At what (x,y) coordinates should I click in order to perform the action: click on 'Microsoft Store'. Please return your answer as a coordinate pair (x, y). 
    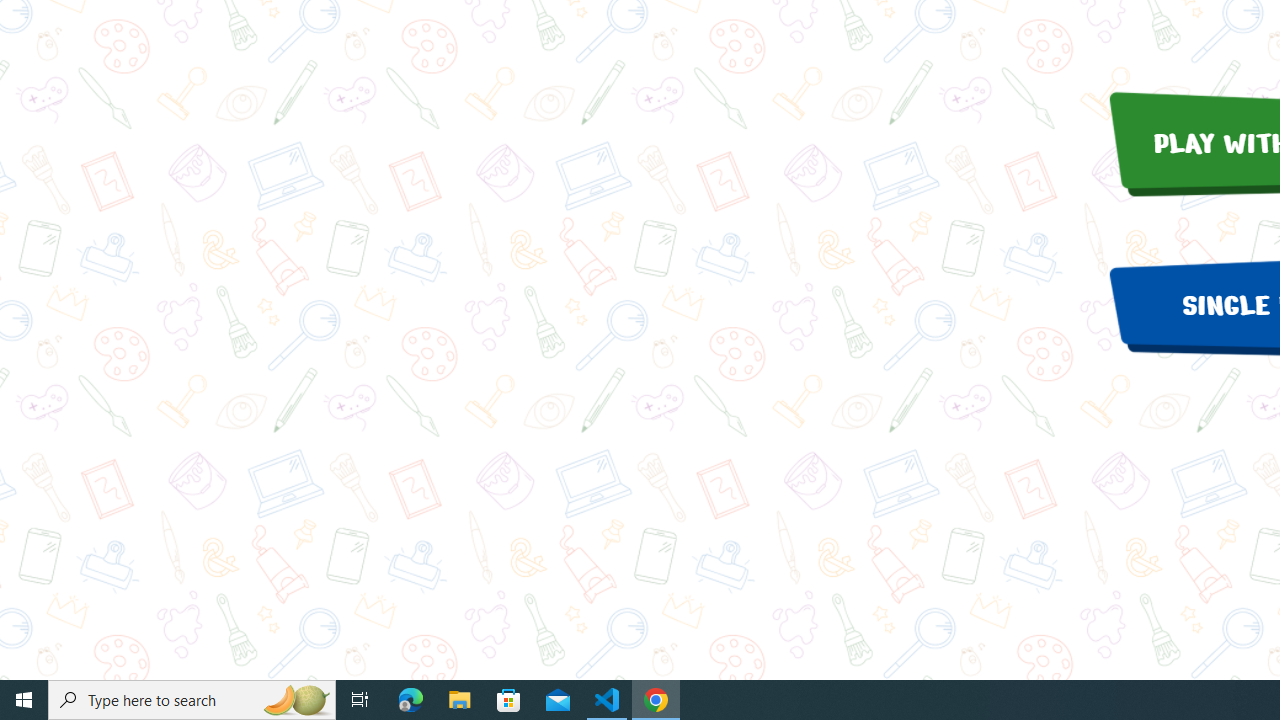
    Looking at the image, I should click on (509, 698).